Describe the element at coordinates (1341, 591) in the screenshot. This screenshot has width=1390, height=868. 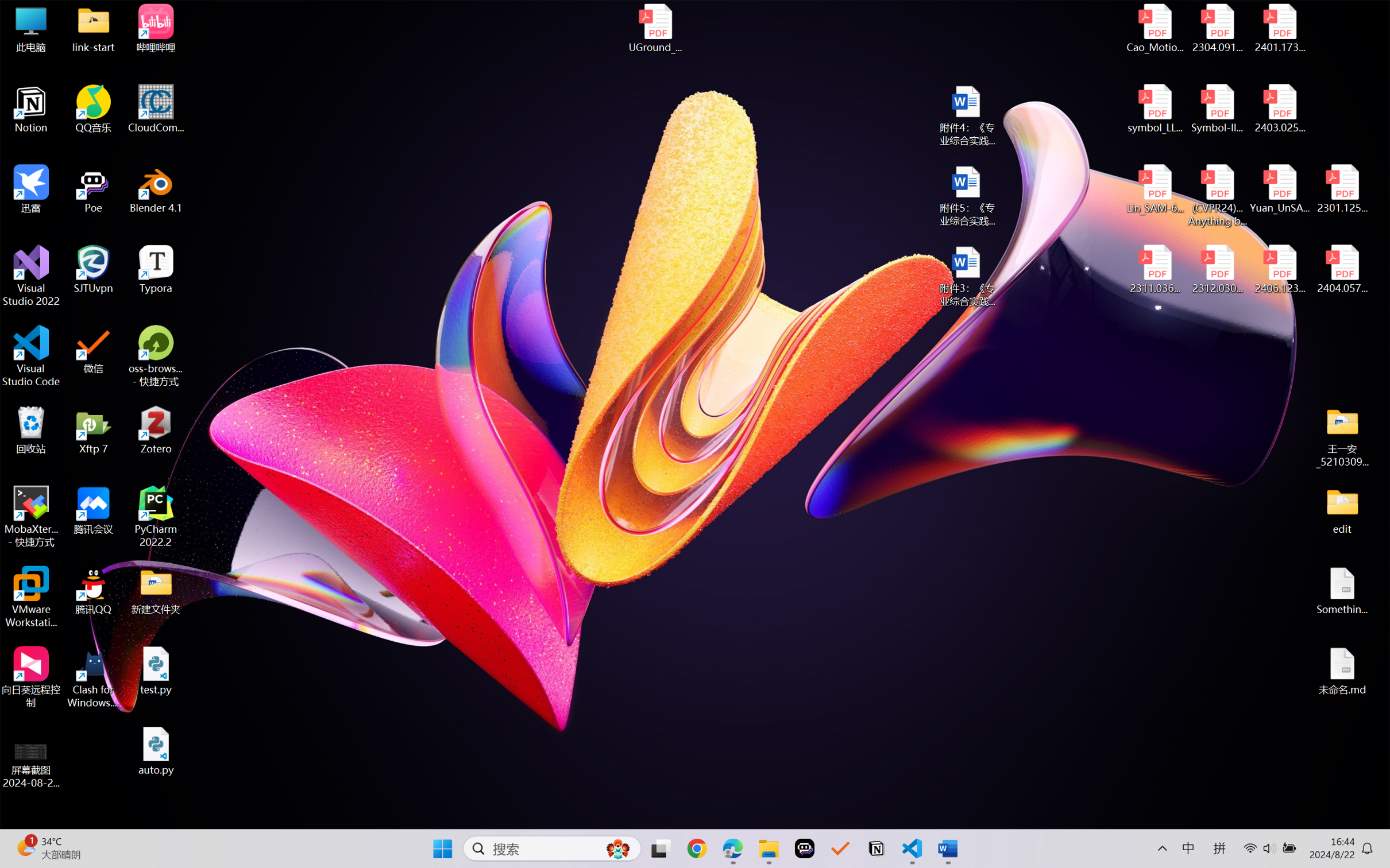
I see `'Something.md'` at that location.